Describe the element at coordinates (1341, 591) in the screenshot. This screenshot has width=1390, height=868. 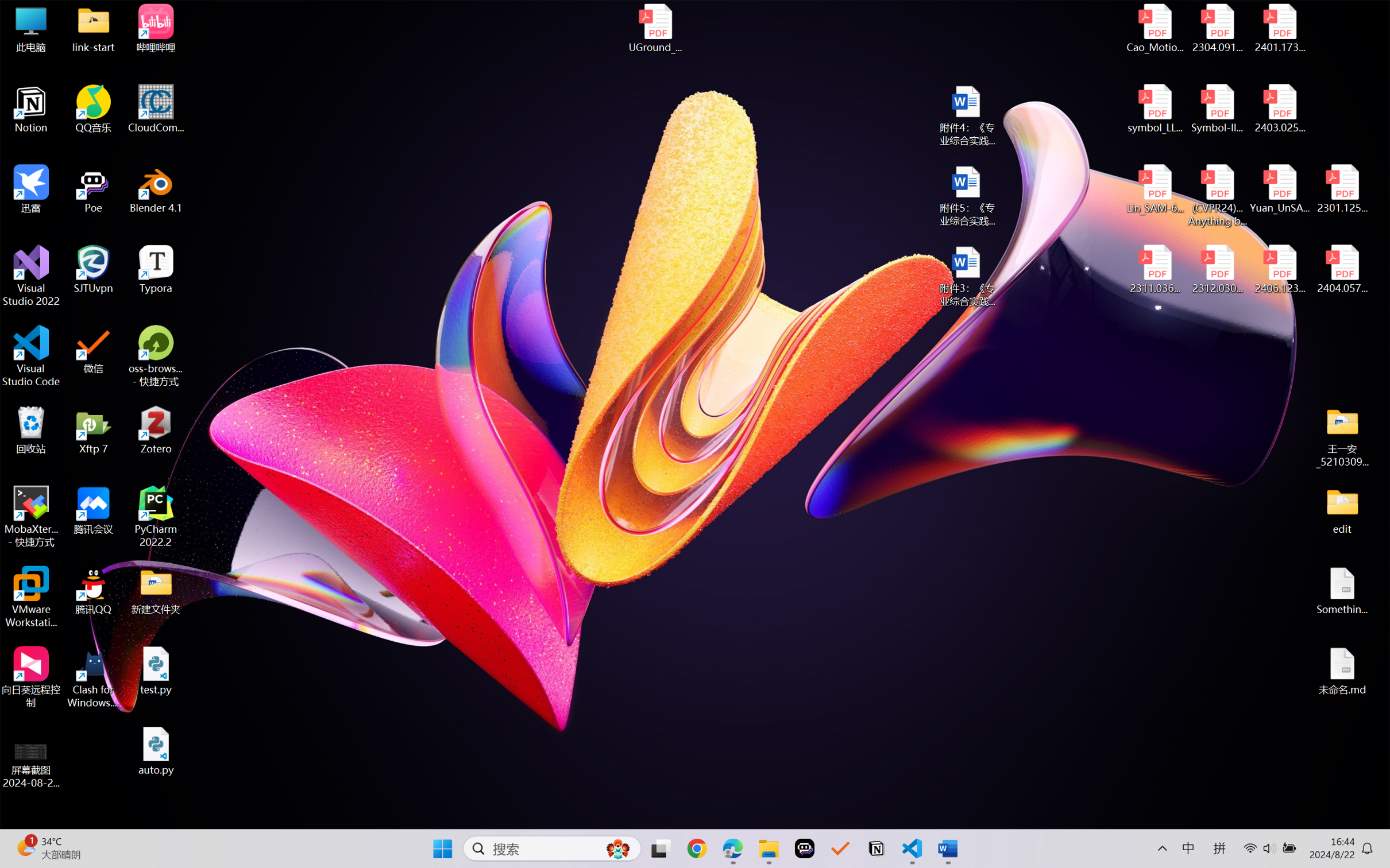
I see `'Something.md'` at that location.